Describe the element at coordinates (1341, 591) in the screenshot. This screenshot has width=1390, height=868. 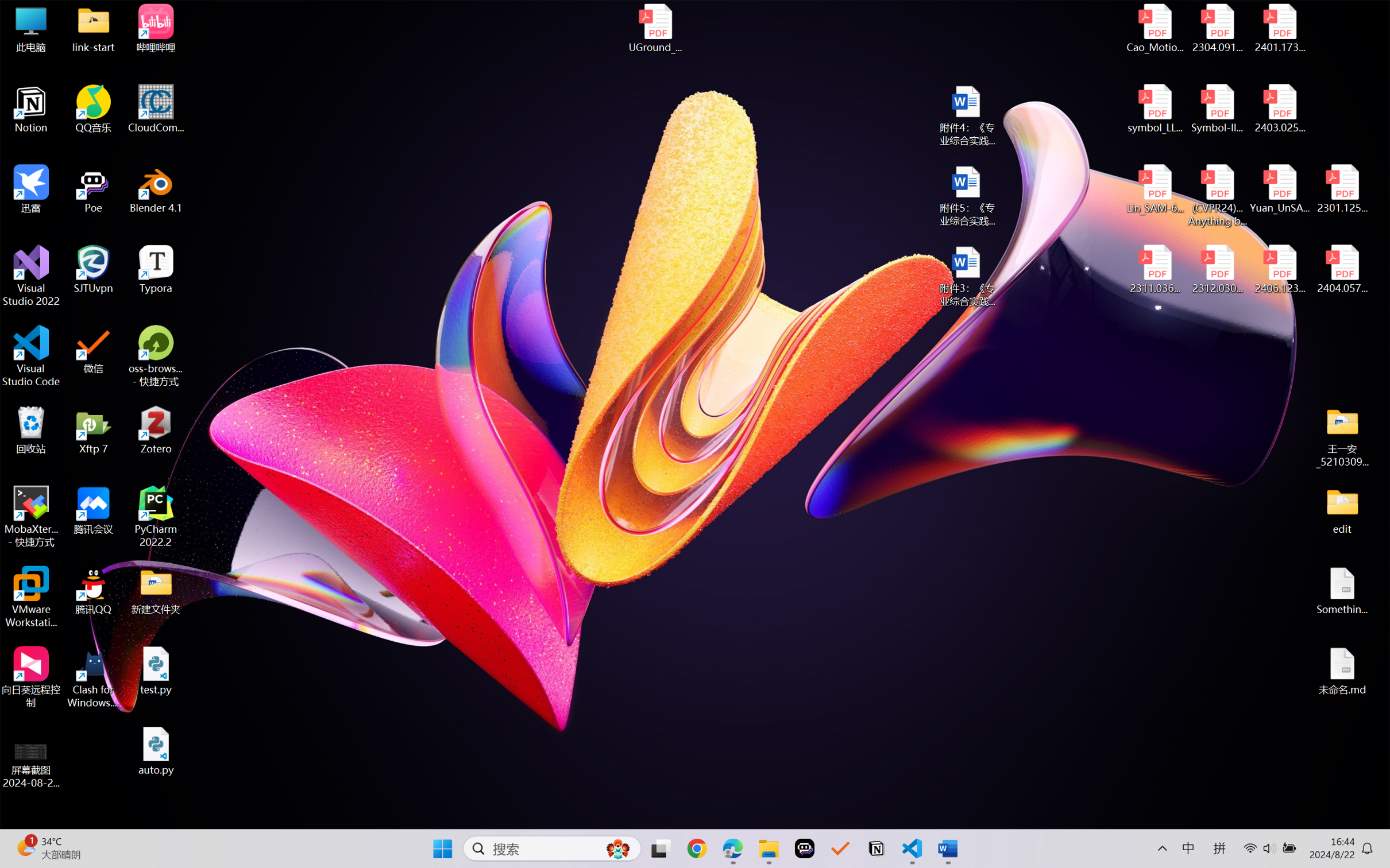
I see `'Something.md'` at that location.